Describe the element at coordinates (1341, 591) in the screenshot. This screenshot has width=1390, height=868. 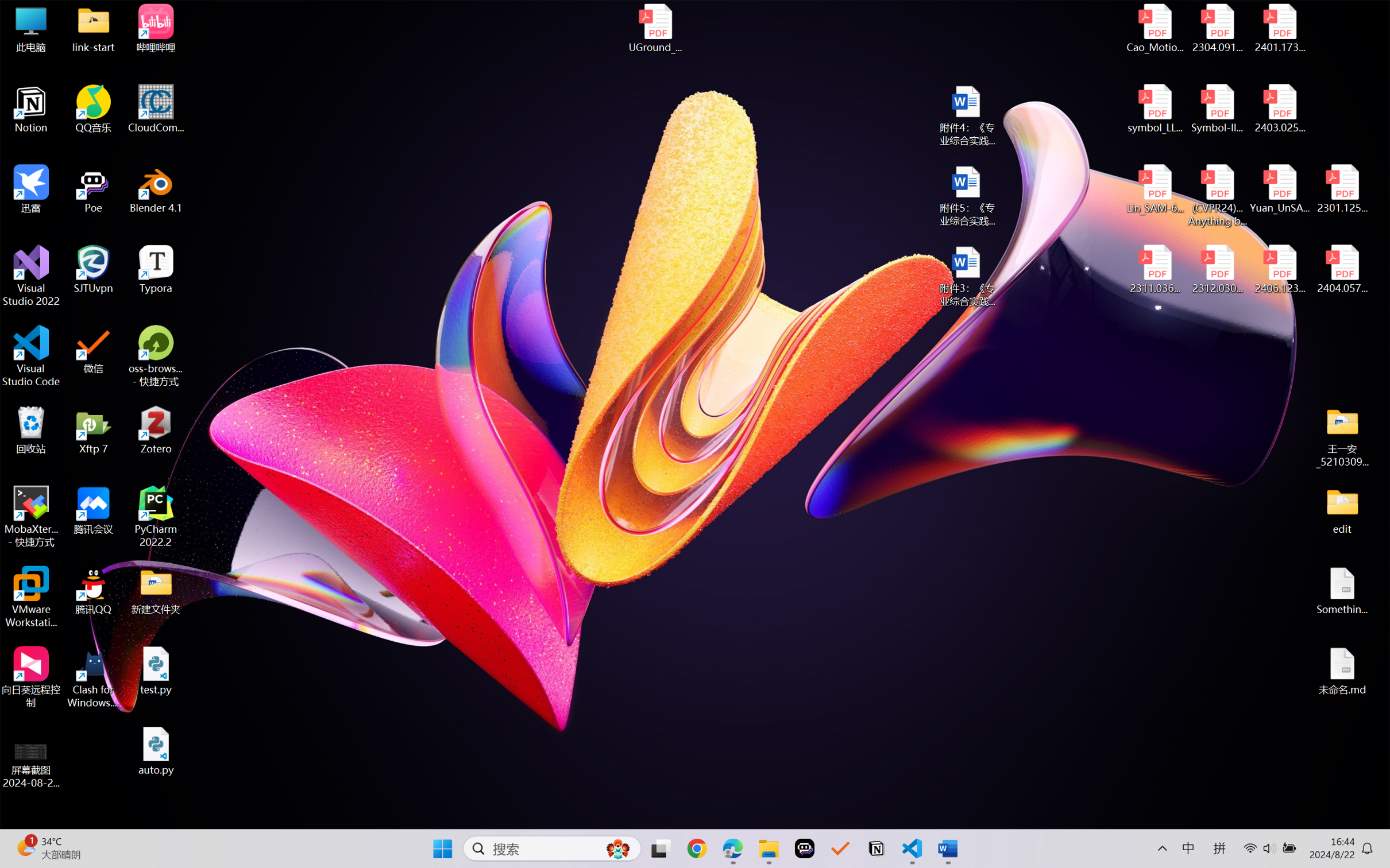
I see `'Something.md'` at that location.